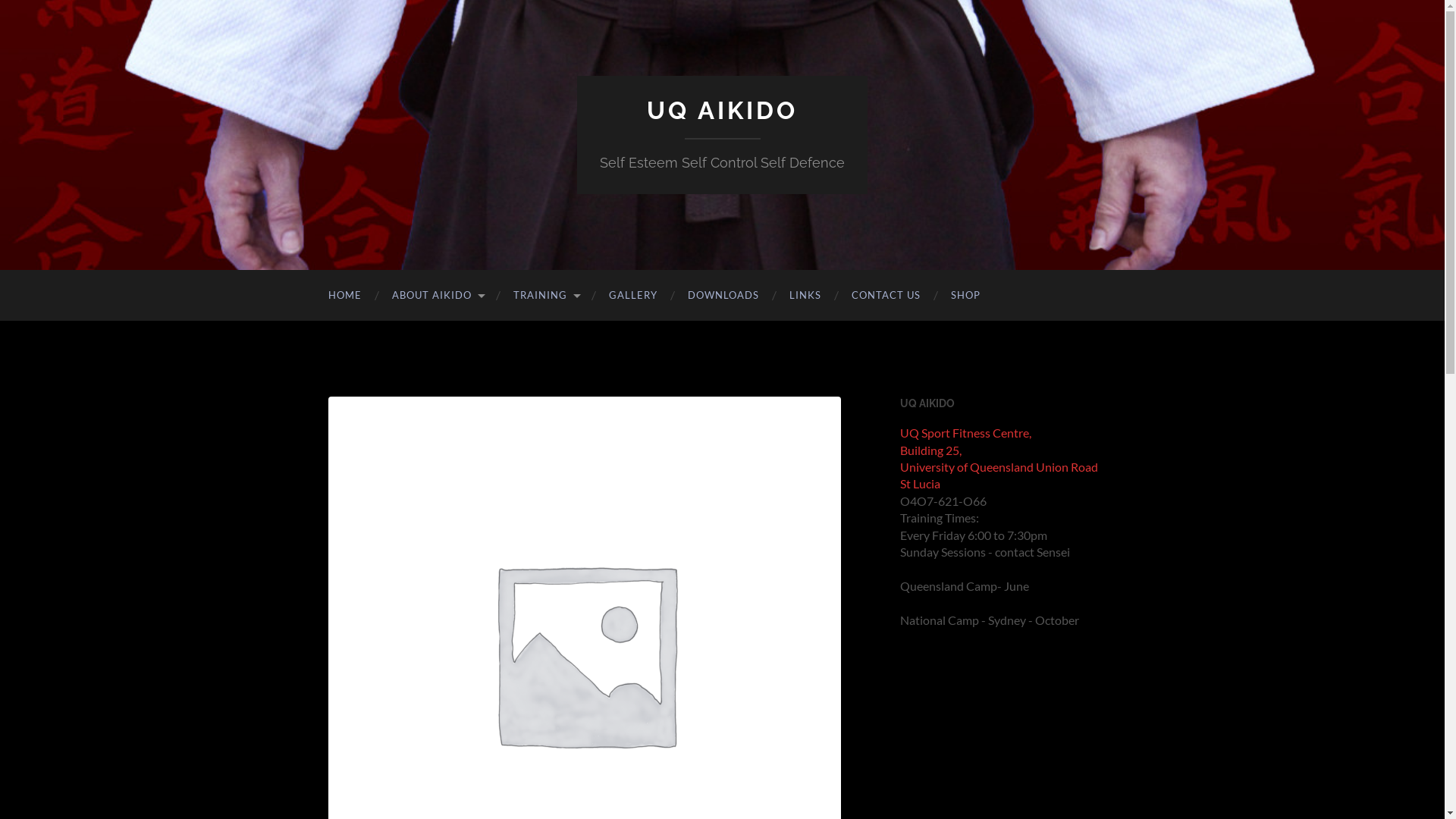  What do you see at coordinates (885, 295) in the screenshot?
I see `'CONTACT US'` at bounding box center [885, 295].